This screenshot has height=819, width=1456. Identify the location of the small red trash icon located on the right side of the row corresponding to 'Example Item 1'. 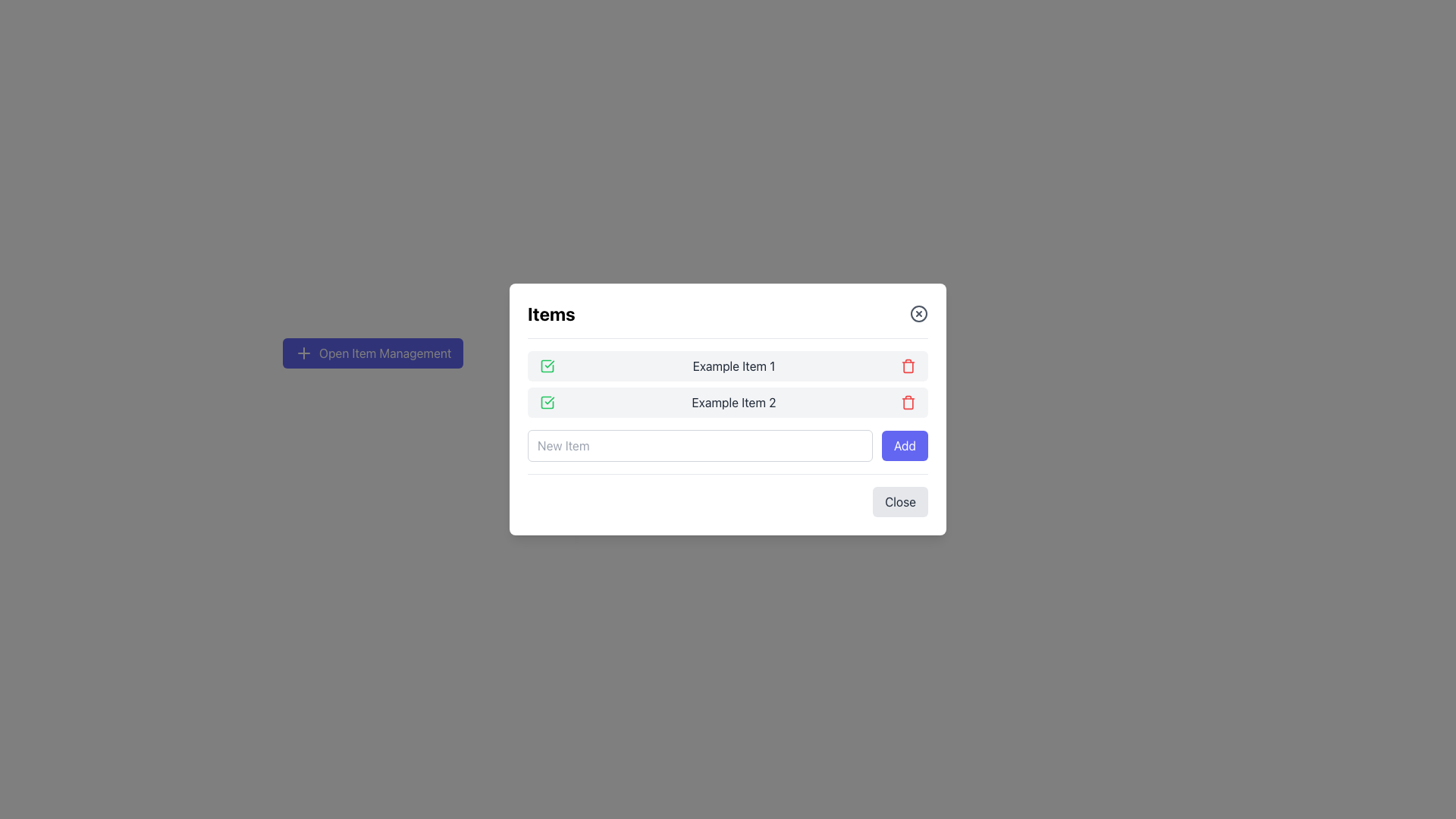
(908, 366).